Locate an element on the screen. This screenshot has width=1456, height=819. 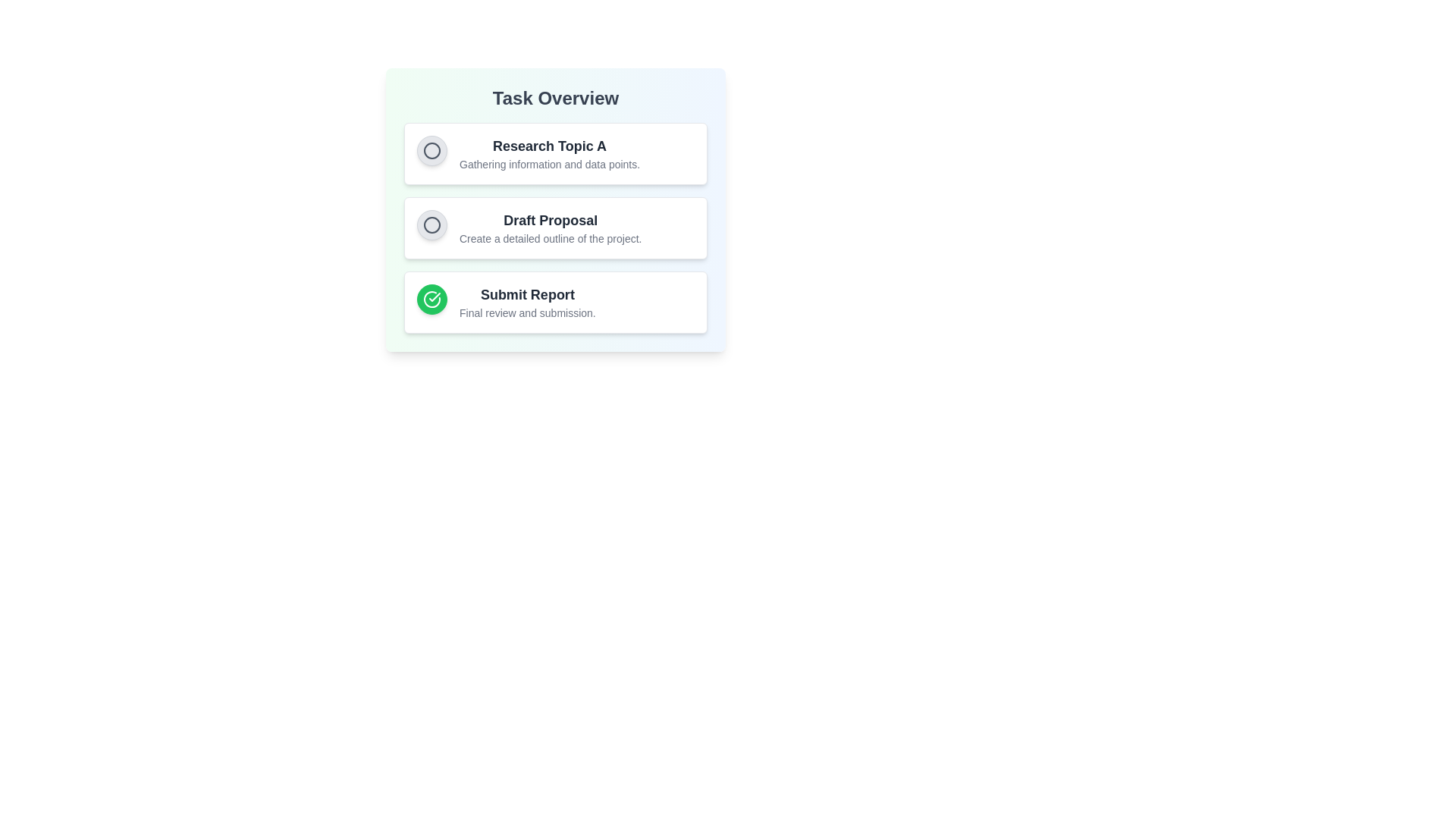
the Interactive icon associated with the 'Draft Proposal' task is located at coordinates (431, 225).